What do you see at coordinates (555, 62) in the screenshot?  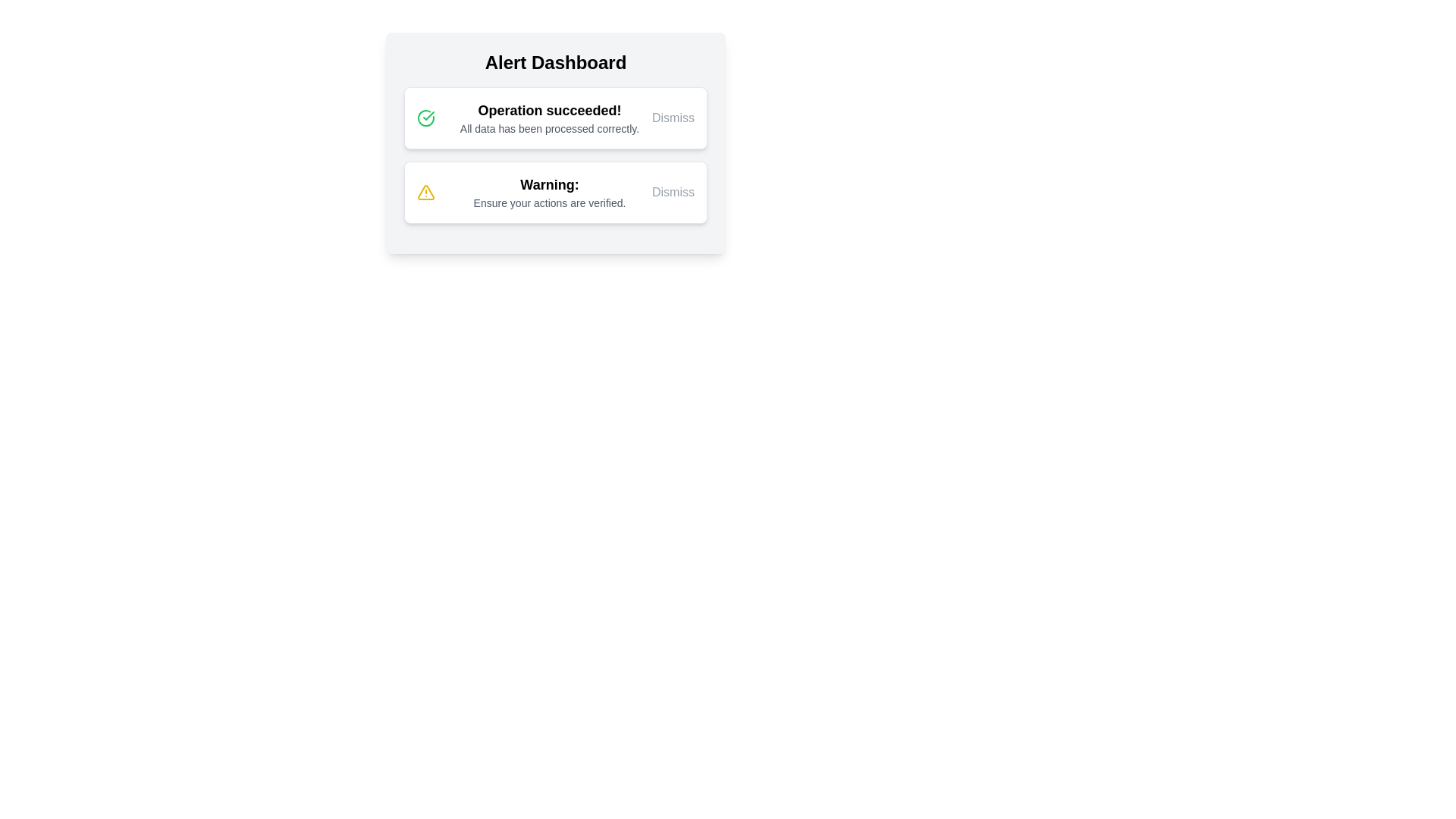 I see `the title of the dashboard to focus on it` at bounding box center [555, 62].